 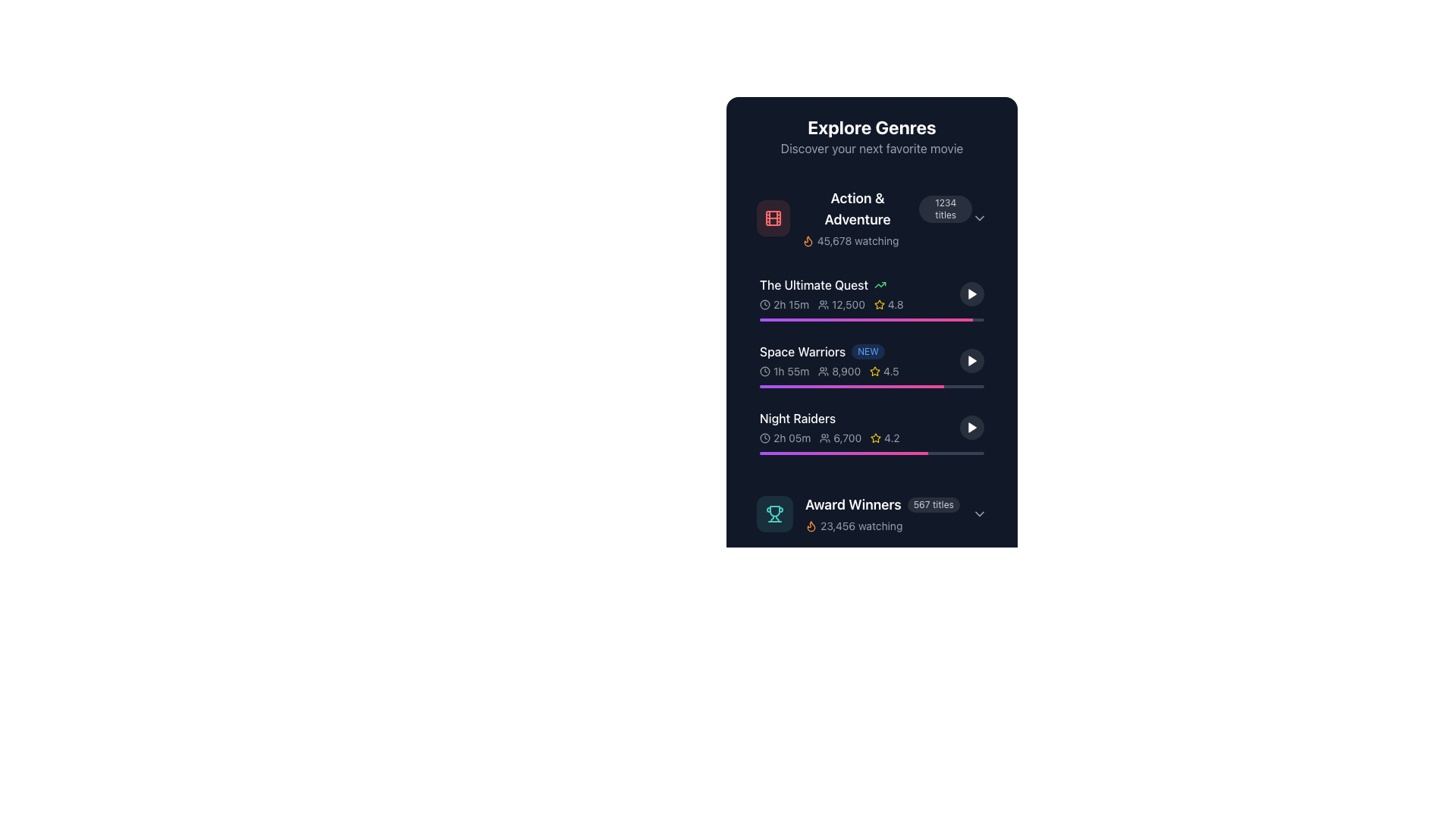 I want to click on the text label displaying 'The Ultimate Quest' with a green upward trending arrow icon, located in the 'Explore Genres' menu panel, so click(x=859, y=284).